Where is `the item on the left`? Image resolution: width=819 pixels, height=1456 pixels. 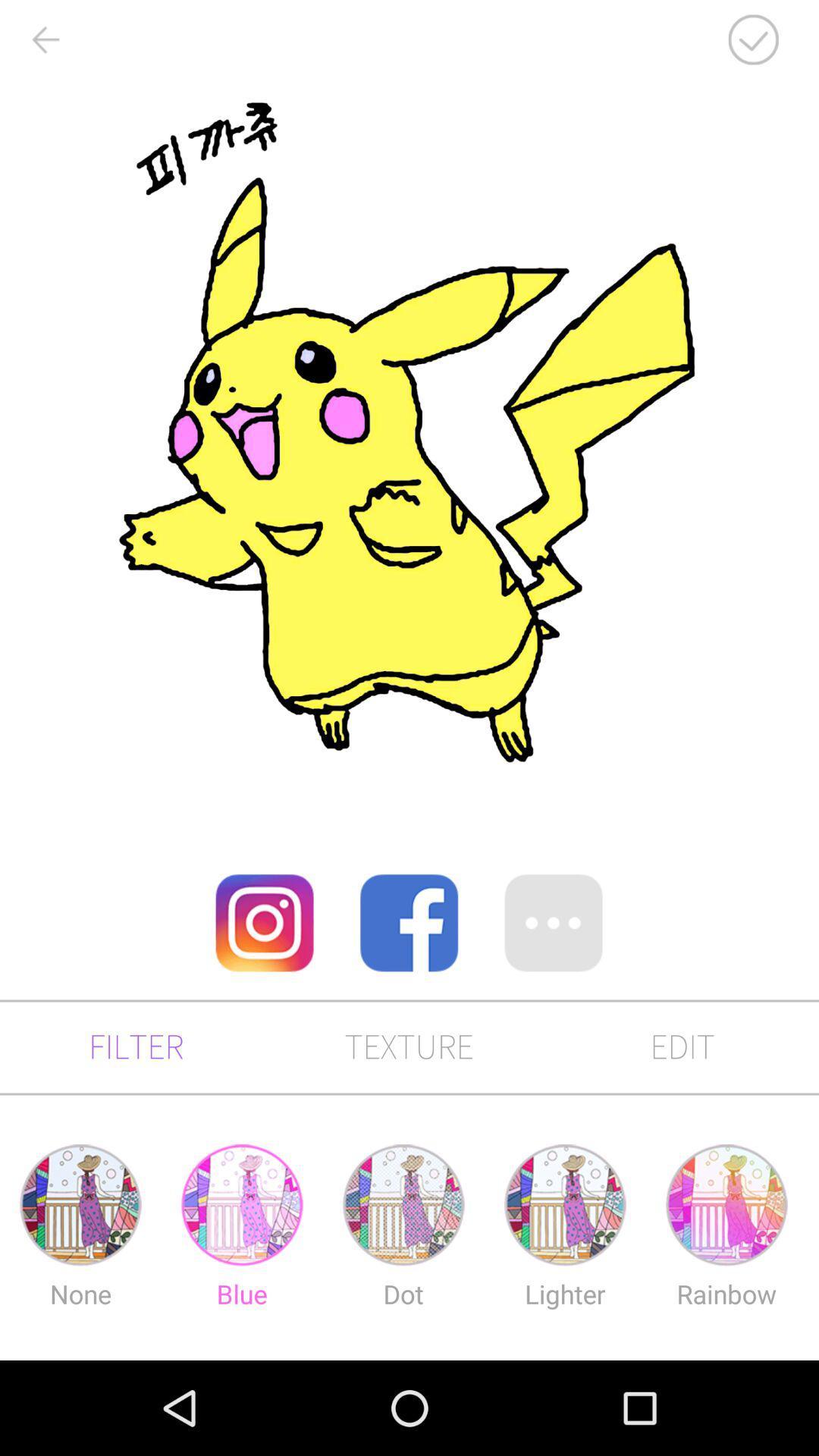
the item on the left is located at coordinates (264, 922).